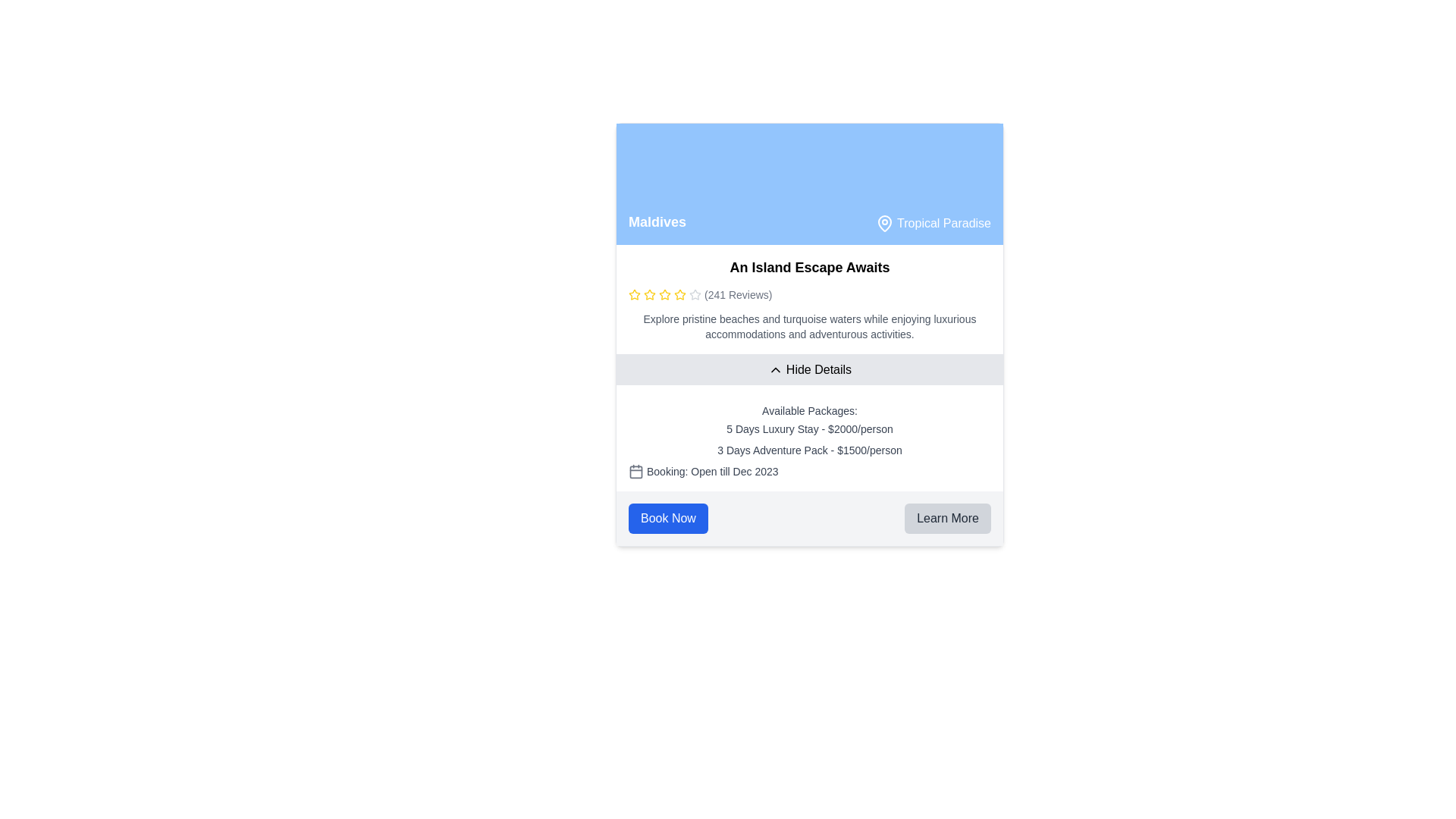 The image size is (1456, 819). I want to click on the upward-pointing chevron icon with a thin black outline located on the left side of the 'Hide Details' button, so click(775, 370).